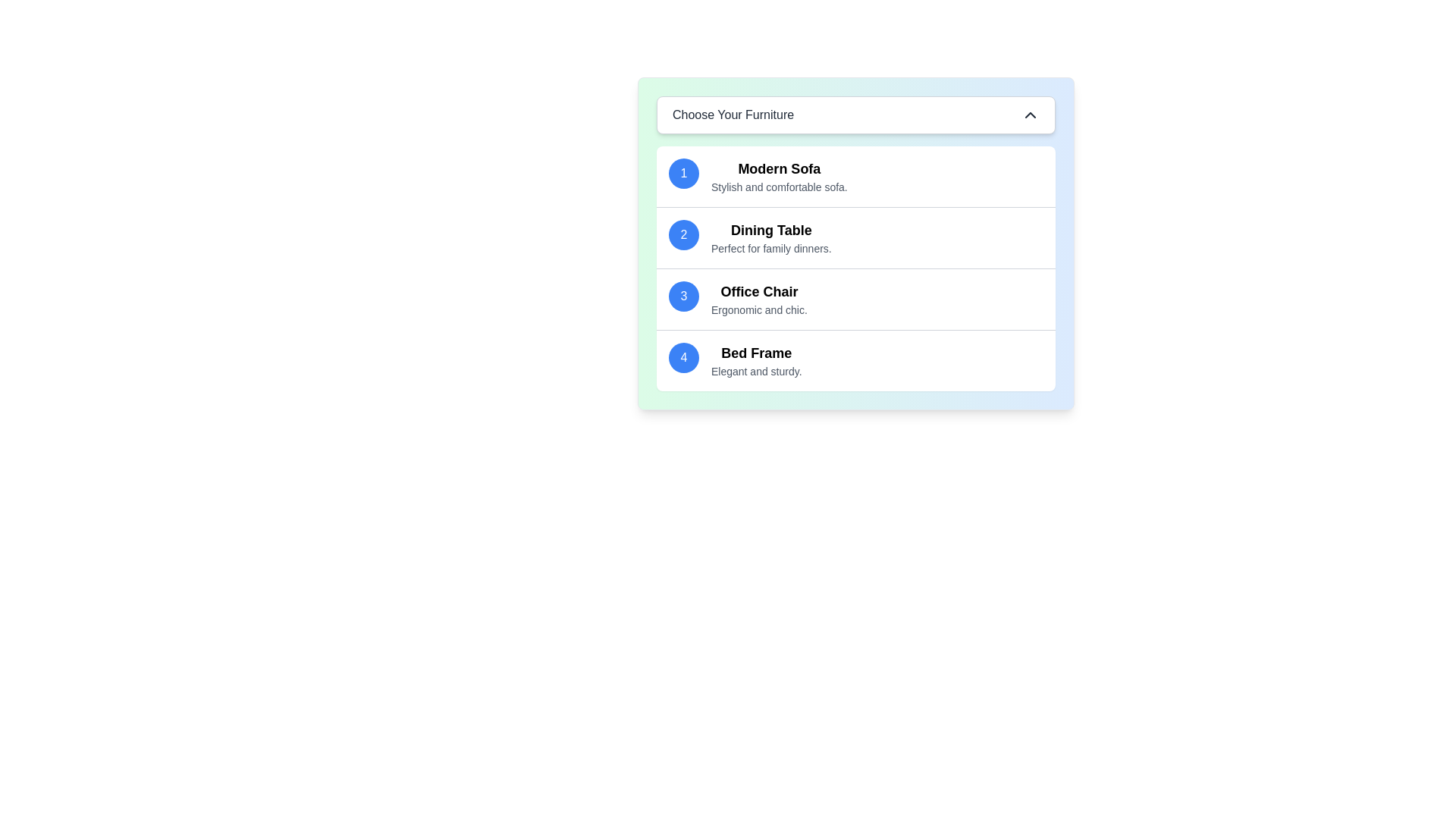 Image resolution: width=1456 pixels, height=819 pixels. Describe the element at coordinates (683, 234) in the screenshot. I see `the first badge or label to the left of the text 'Dining Table' in the second item of the vertically listed menu` at that location.